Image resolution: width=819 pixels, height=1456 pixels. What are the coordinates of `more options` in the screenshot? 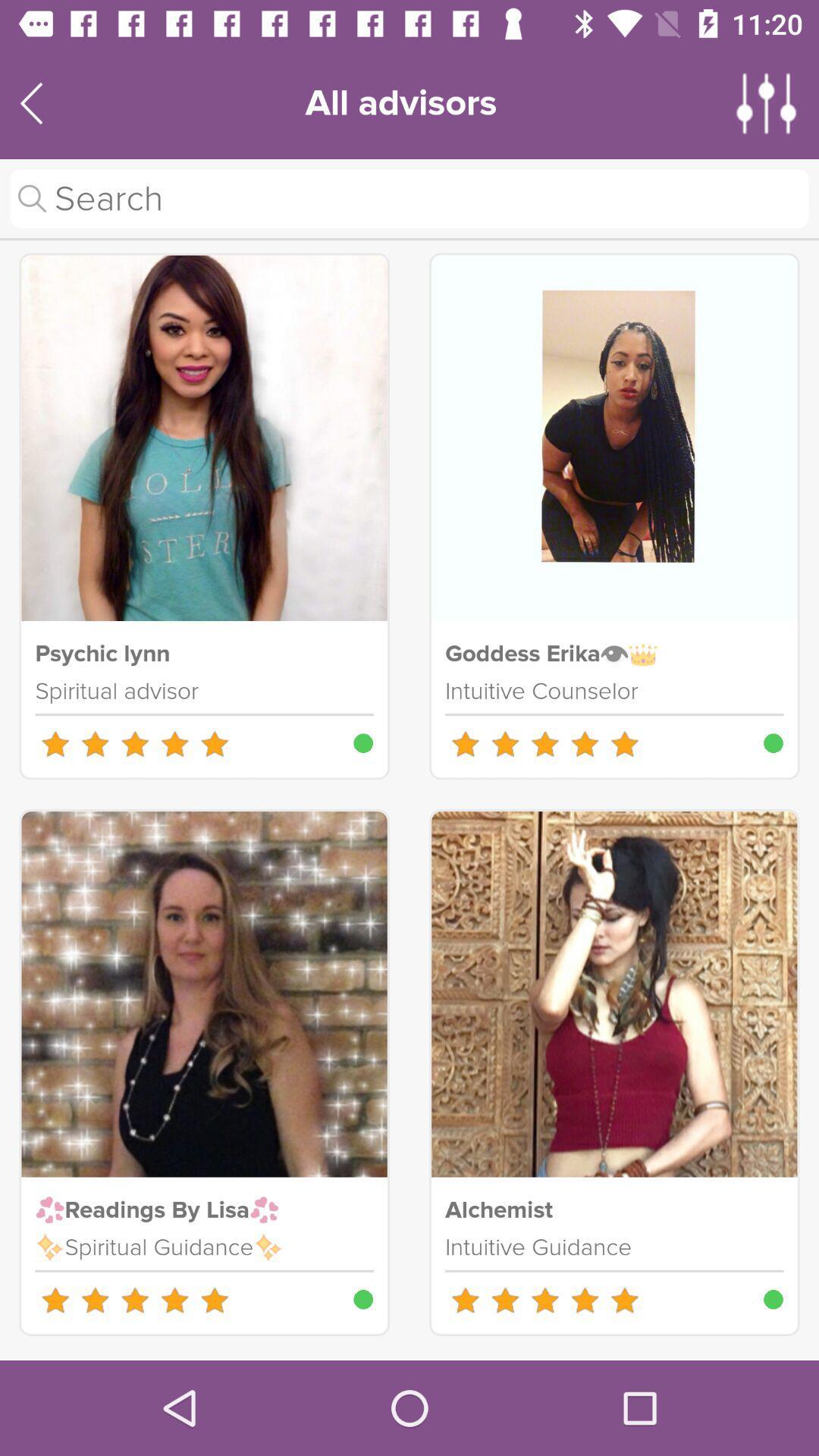 It's located at (767, 102).